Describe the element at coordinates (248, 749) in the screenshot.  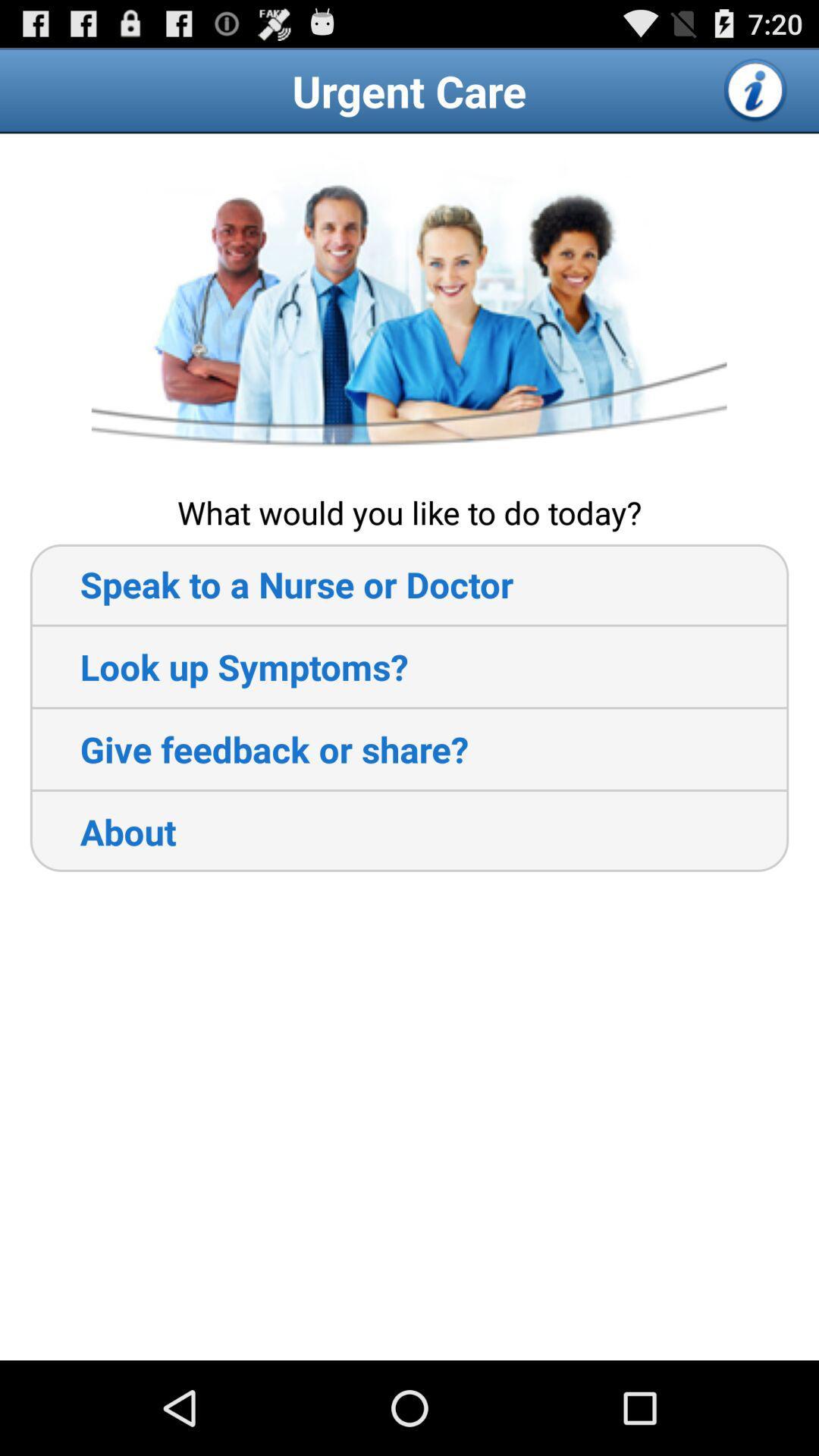
I see `give feedback or` at that location.